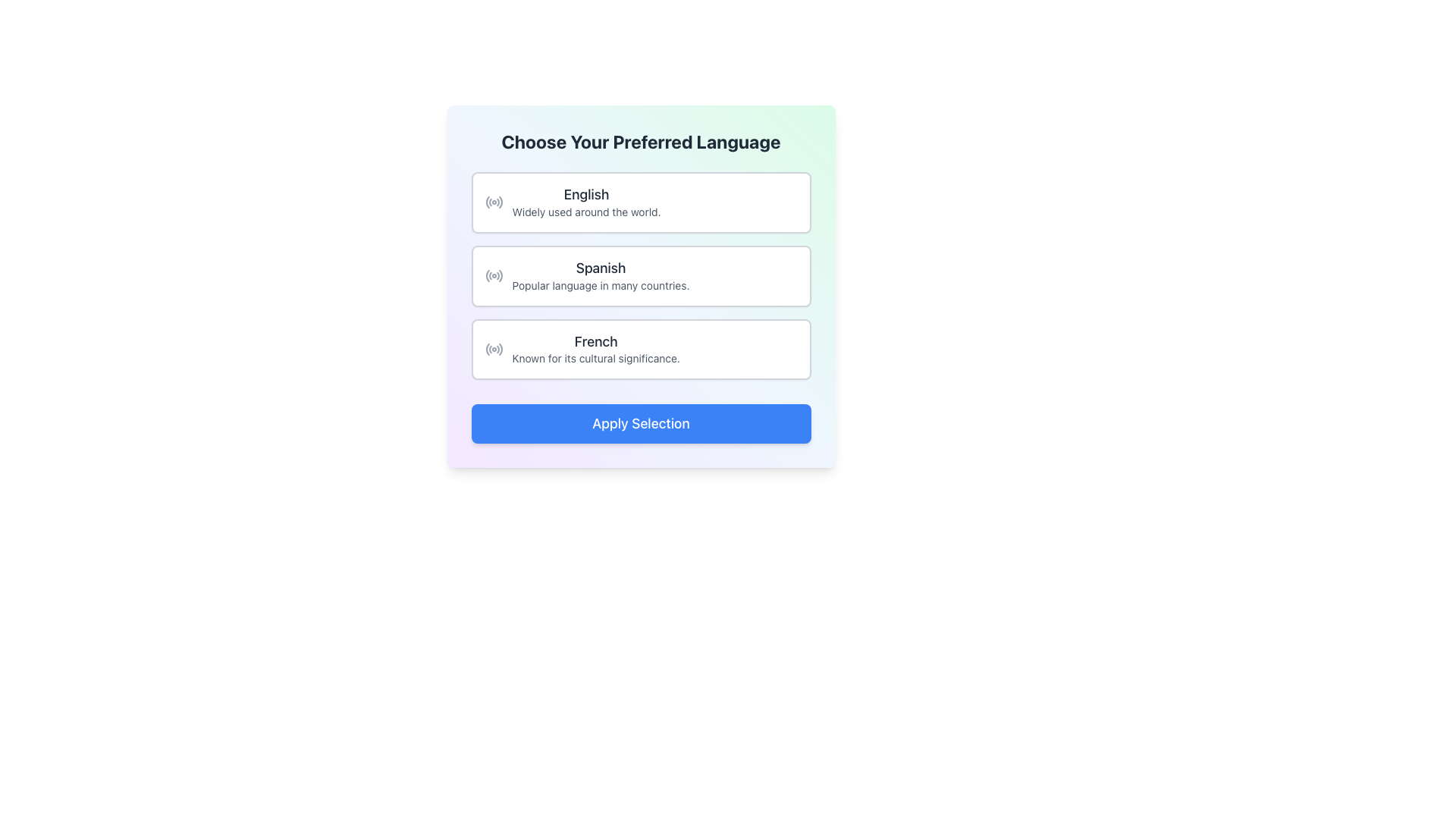 This screenshot has height=819, width=1456. What do you see at coordinates (595, 359) in the screenshot?
I see `the static text label that reads 'Known for its cultural significance.' positioned below the 'French' text in the 'Choose Your Preferred Language' selection list` at bounding box center [595, 359].